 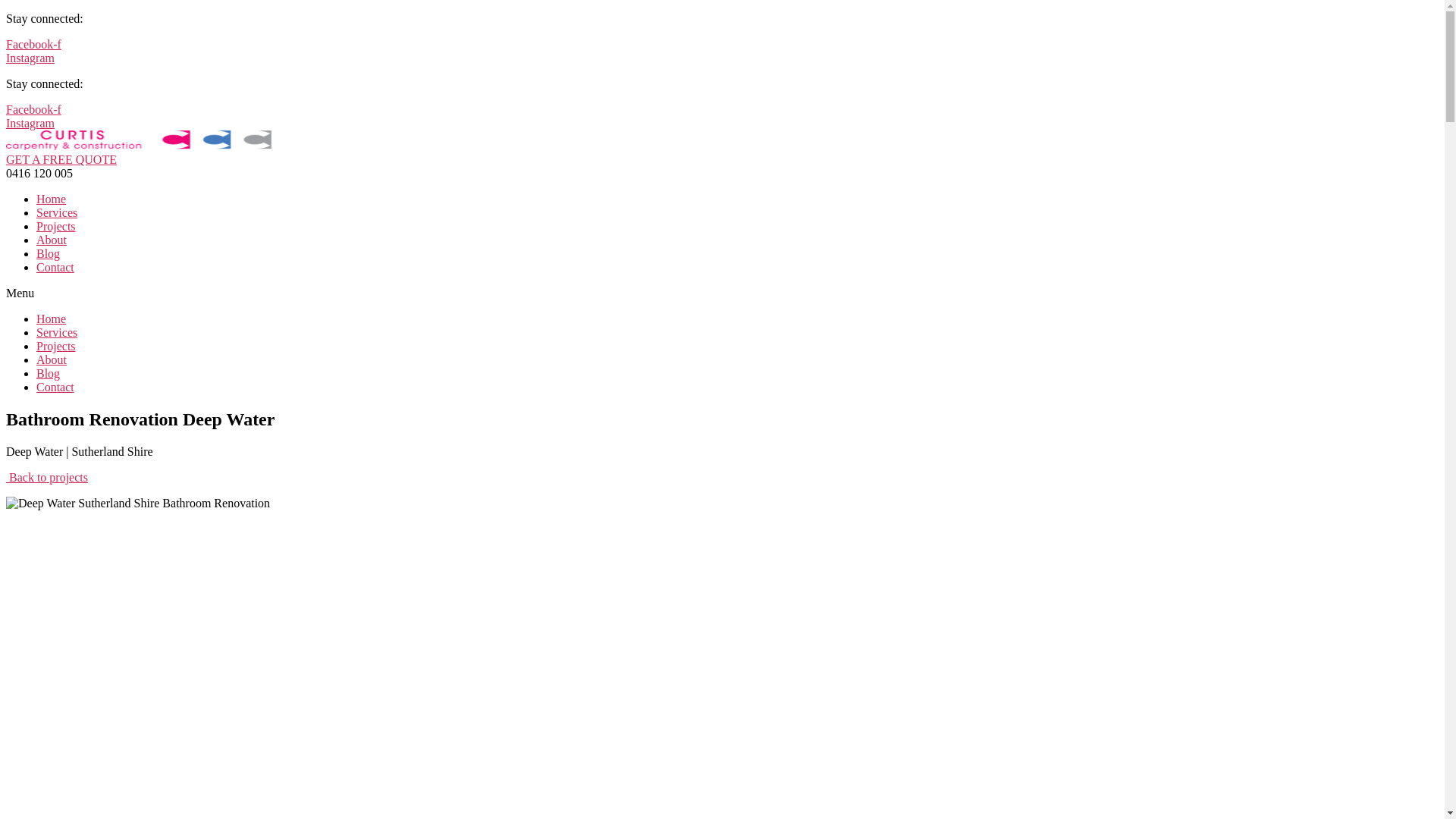 What do you see at coordinates (36, 386) in the screenshot?
I see `'Contact'` at bounding box center [36, 386].